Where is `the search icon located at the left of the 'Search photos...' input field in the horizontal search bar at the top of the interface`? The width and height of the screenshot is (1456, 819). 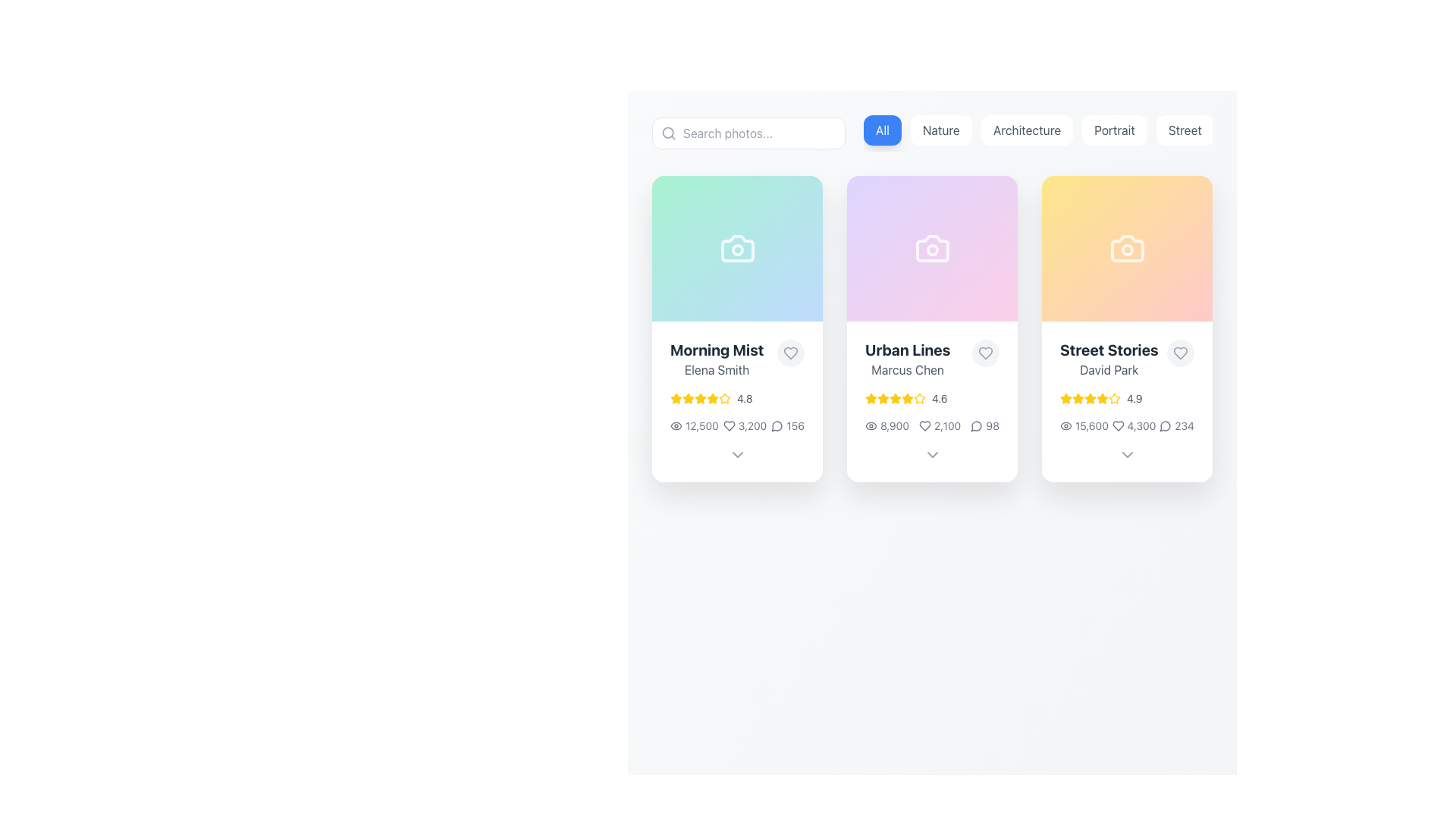 the search icon located at the left of the 'Search photos...' input field in the horizontal search bar at the top of the interface is located at coordinates (668, 133).